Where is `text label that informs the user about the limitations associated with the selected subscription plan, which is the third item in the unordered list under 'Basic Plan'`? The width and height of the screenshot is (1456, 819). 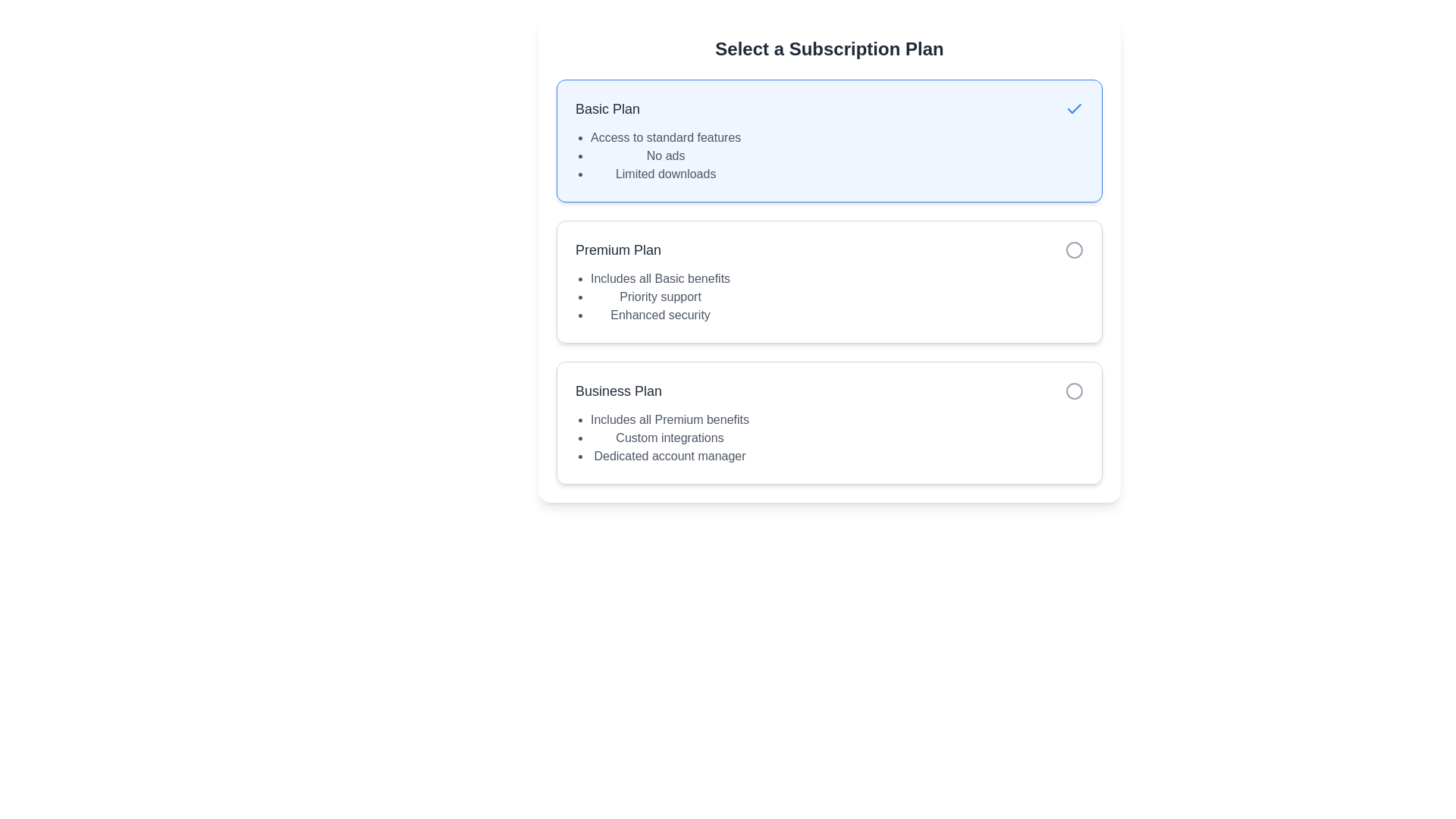 text label that informs the user about the limitations associated with the selected subscription plan, which is the third item in the unordered list under 'Basic Plan' is located at coordinates (666, 174).